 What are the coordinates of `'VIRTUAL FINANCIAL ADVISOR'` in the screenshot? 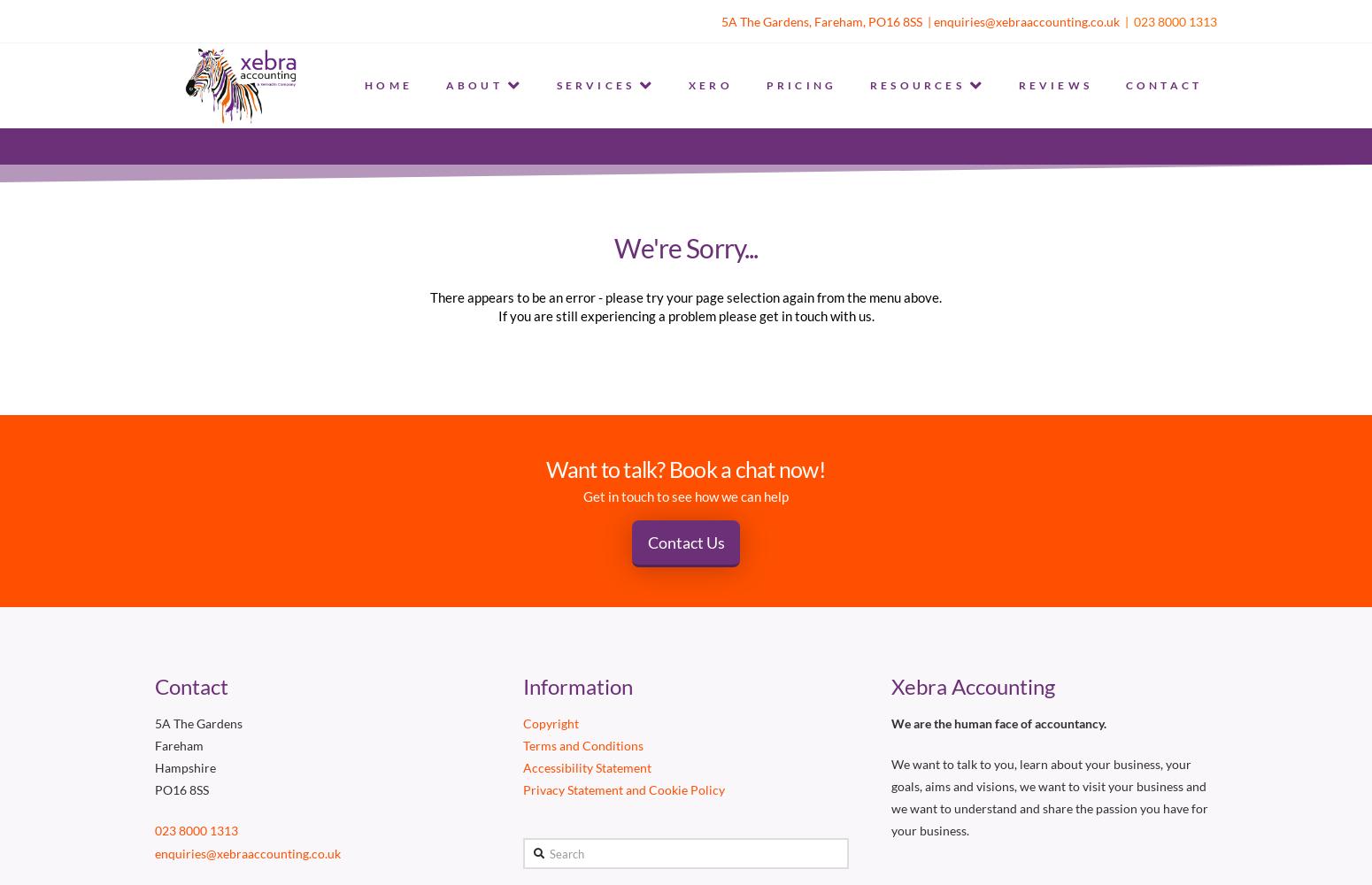 It's located at (608, 394).